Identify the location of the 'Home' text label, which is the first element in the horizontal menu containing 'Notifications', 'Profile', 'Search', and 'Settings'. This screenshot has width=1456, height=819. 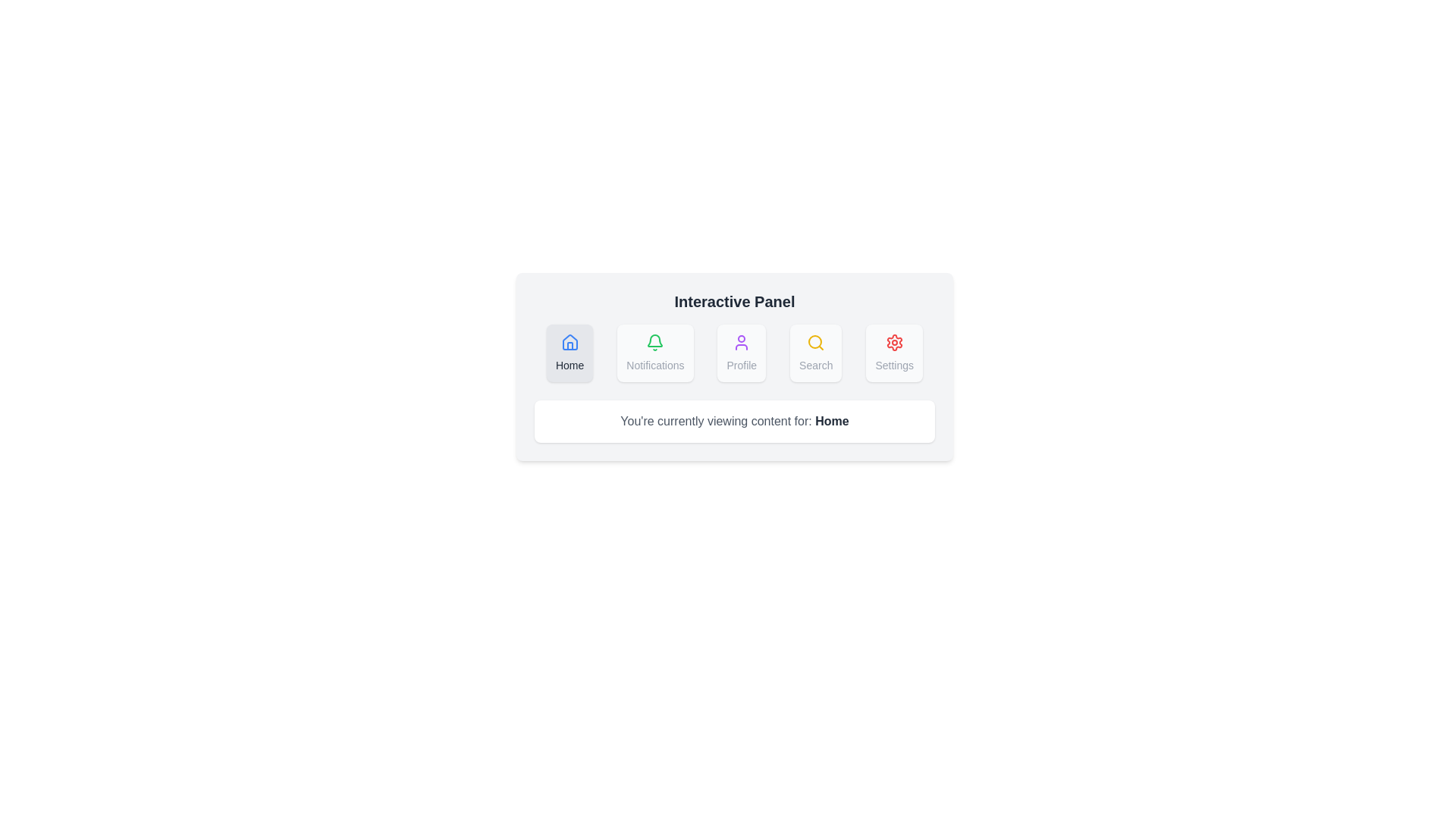
(569, 366).